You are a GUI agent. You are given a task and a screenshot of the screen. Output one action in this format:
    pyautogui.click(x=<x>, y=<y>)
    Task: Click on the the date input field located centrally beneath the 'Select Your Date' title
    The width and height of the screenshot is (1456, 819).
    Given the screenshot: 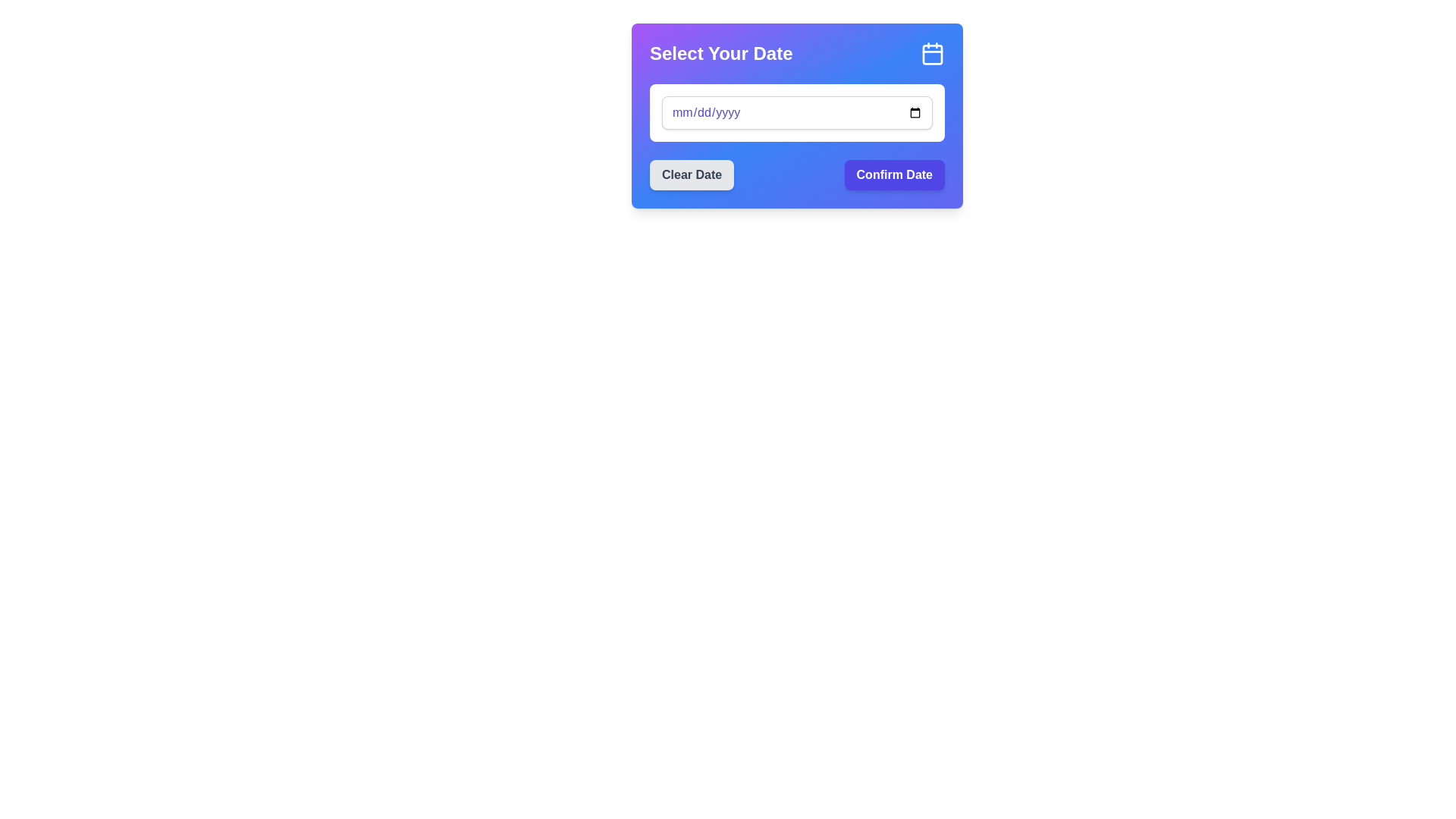 What is the action you would take?
    pyautogui.click(x=796, y=112)
    